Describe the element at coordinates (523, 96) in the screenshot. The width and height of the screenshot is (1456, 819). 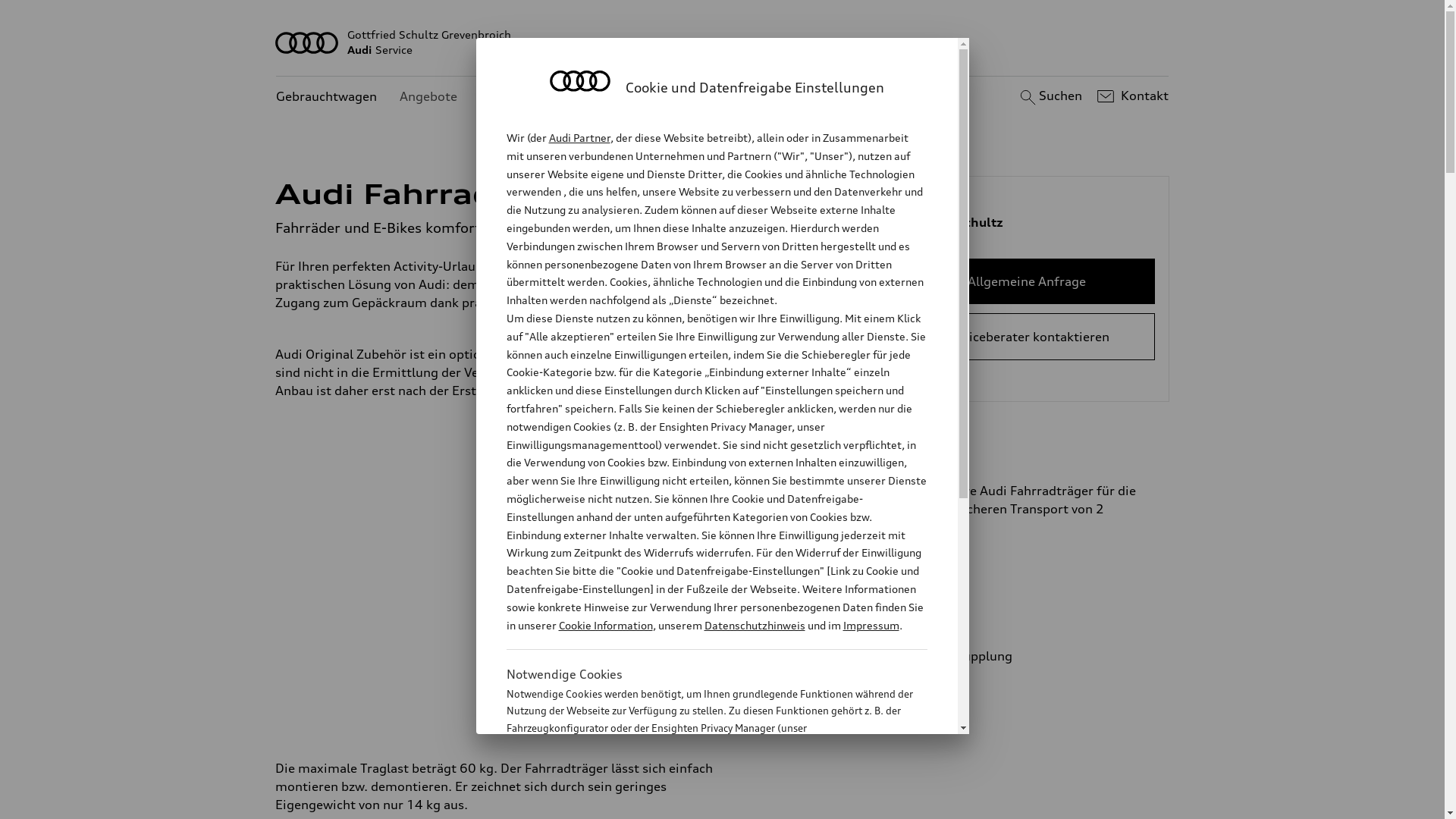
I see `'Kundenservice'` at that location.